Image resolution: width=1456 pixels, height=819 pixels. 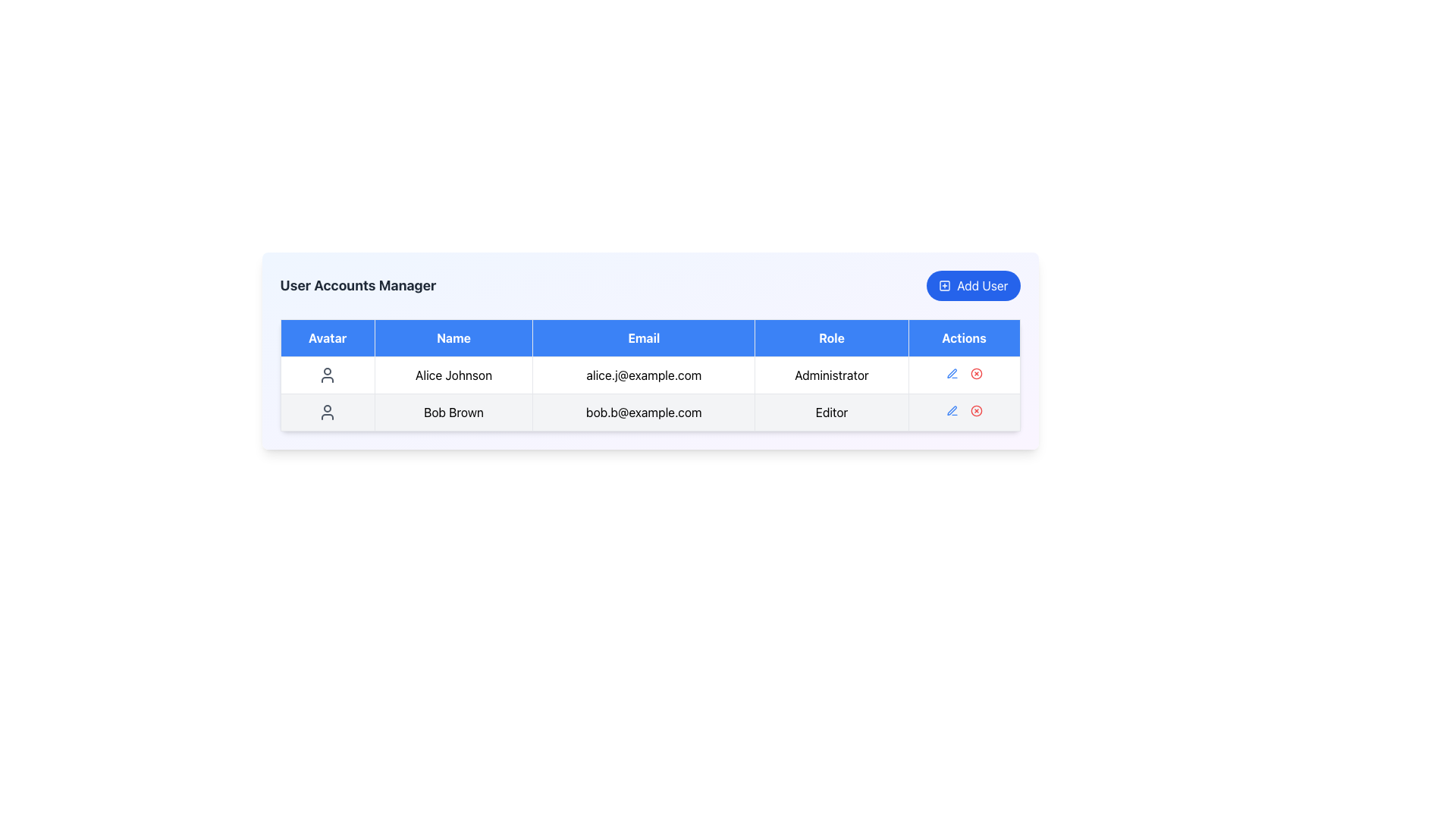 I want to click on the SVG icon located to the left of the 'Add User' button at the top-right corner above the table, so click(x=944, y=286).